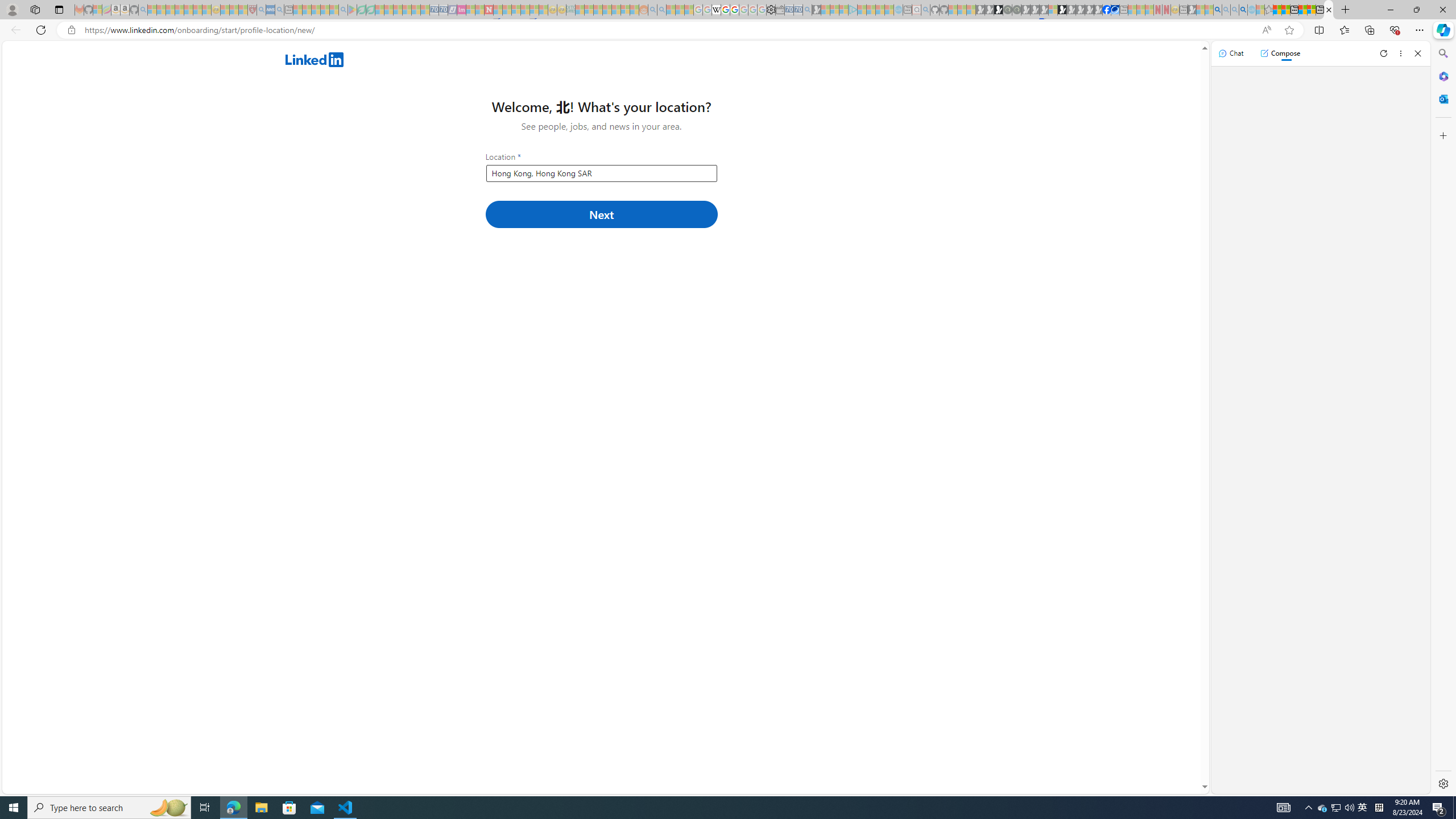  Describe the element at coordinates (279, 9) in the screenshot. I see `'utah sues federal government - Search - Sleeping'` at that location.